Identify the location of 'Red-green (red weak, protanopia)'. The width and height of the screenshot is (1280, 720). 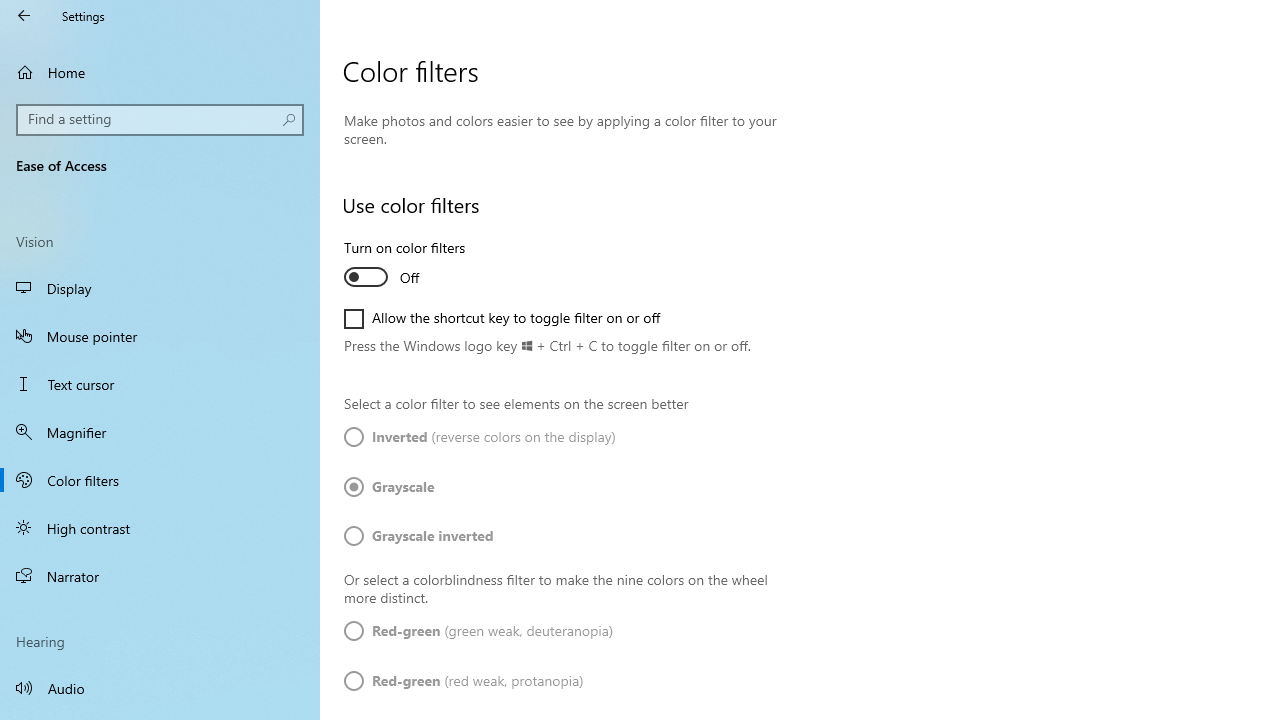
(463, 680).